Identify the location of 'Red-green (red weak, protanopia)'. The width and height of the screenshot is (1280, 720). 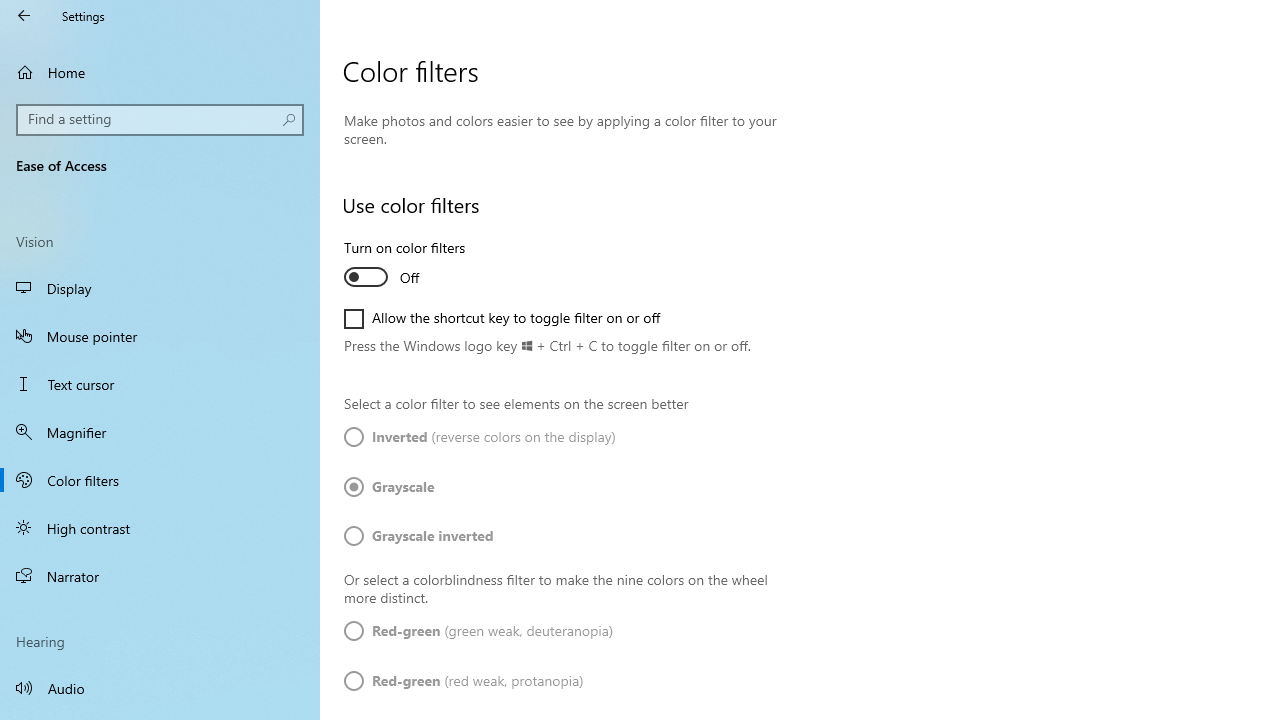
(463, 680).